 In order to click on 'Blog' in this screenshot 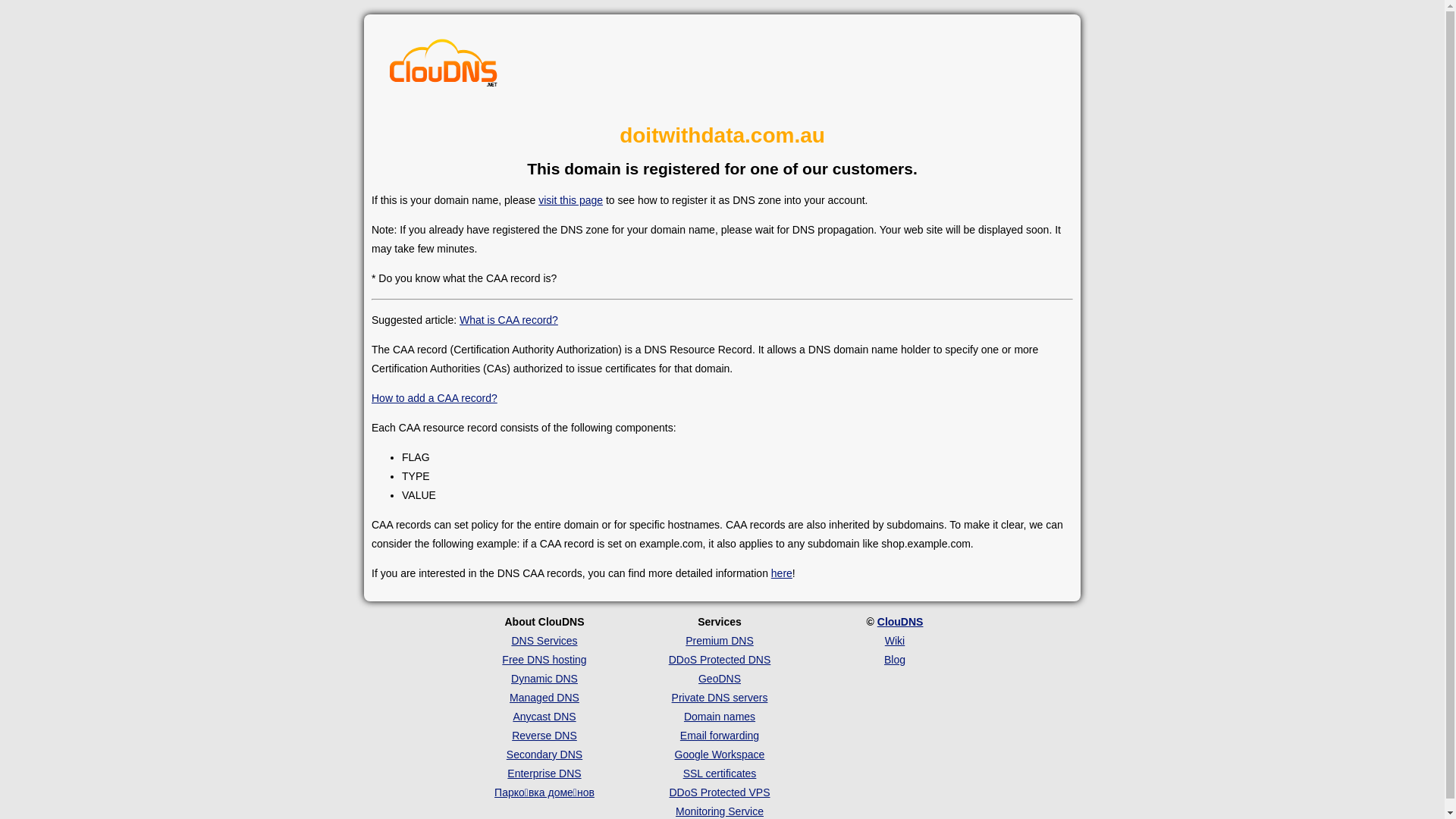, I will do `click(895, 659)`.